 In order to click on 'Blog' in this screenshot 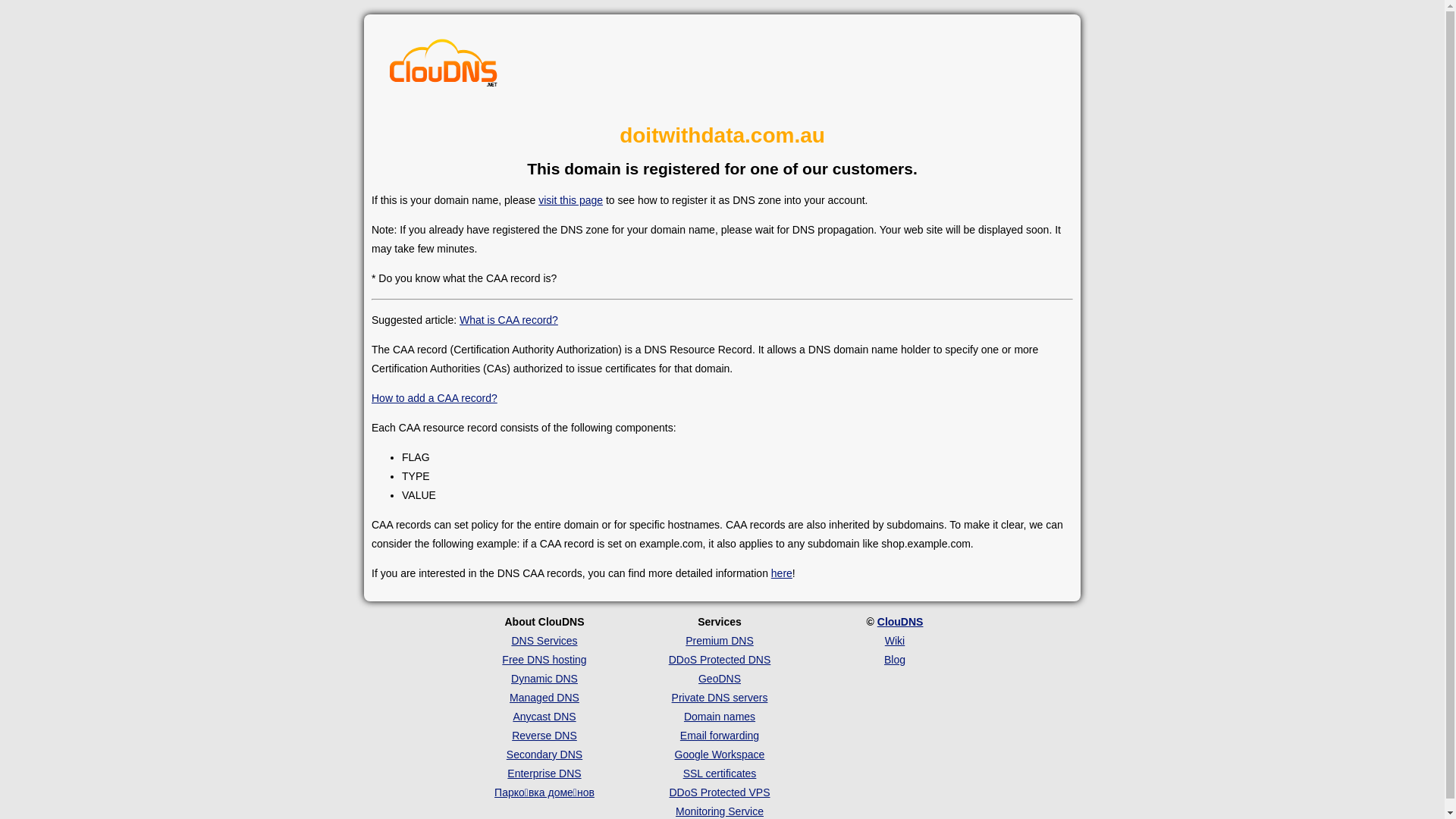, I will do `click(895, 659)`.